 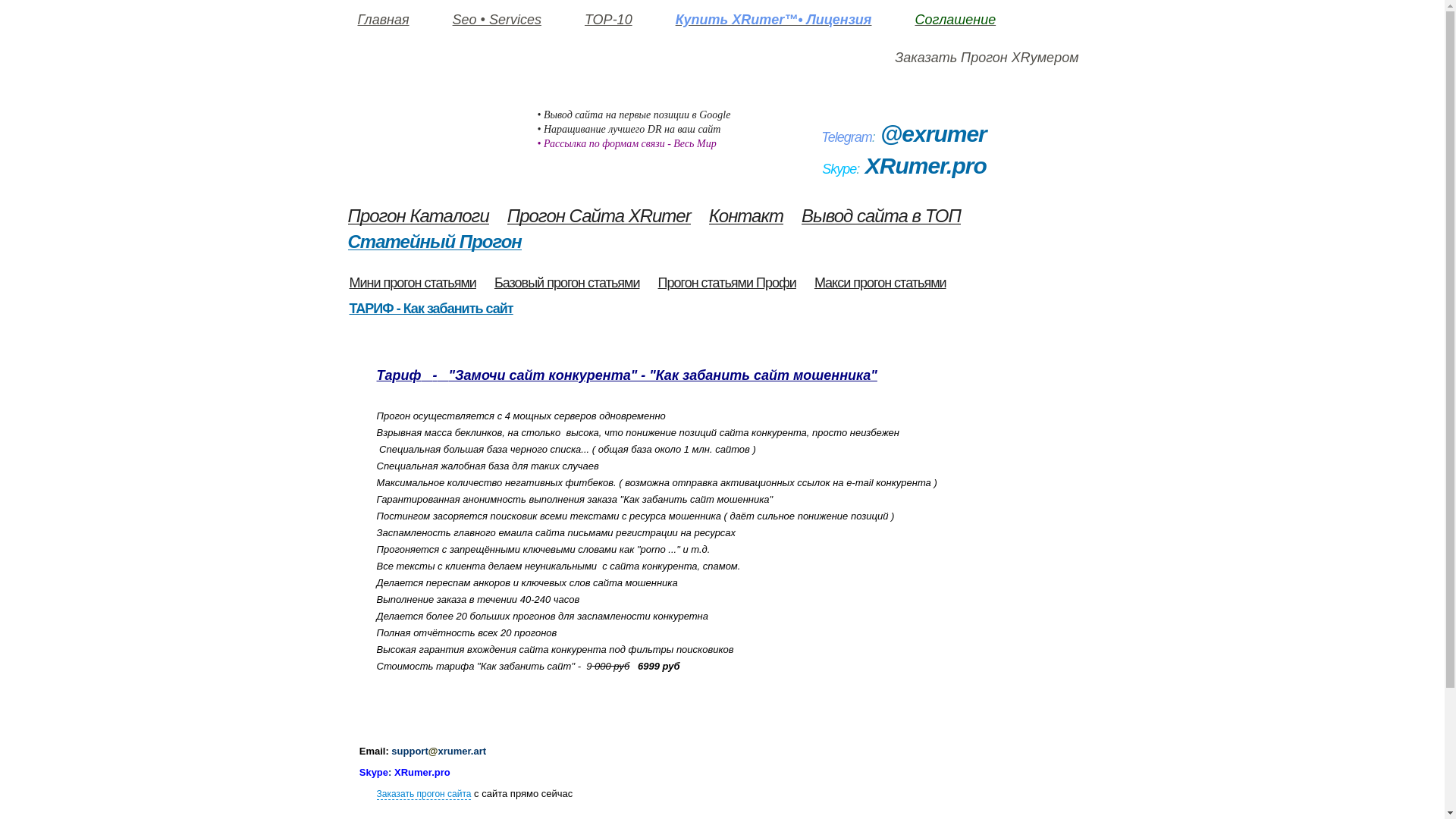 What do you see at coordinates (584, 20) in the screenshot?
I see `'TOP-10'` at bounding box center [584, 20].